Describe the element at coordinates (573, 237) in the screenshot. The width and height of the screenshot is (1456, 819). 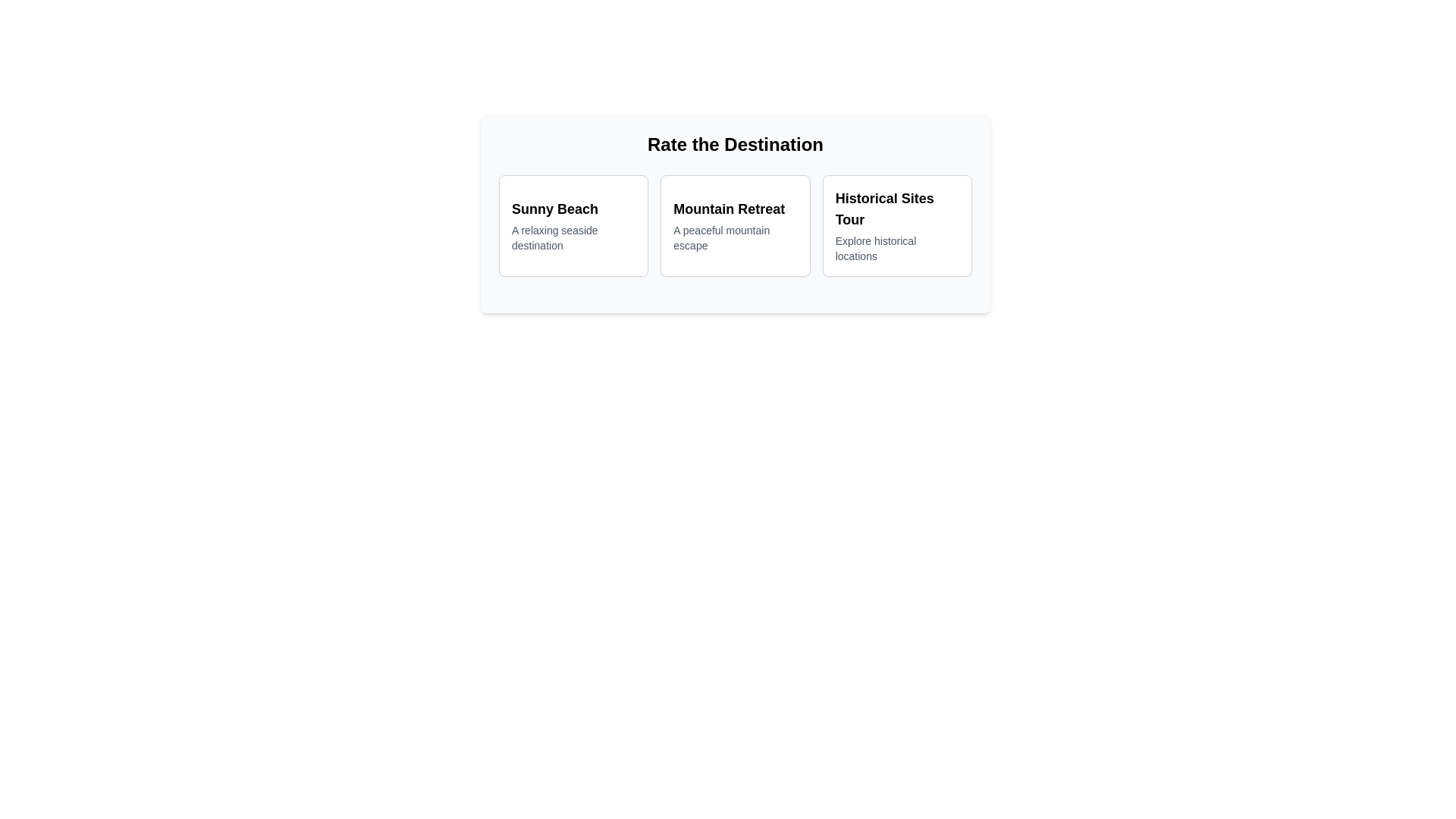
I see `the text label that reads 'A relaxing seaside destination', which is styled in a smaller gray font and located beneath the bold title 'Sunny Beach' in the leftmost option of the user interface` at that location.